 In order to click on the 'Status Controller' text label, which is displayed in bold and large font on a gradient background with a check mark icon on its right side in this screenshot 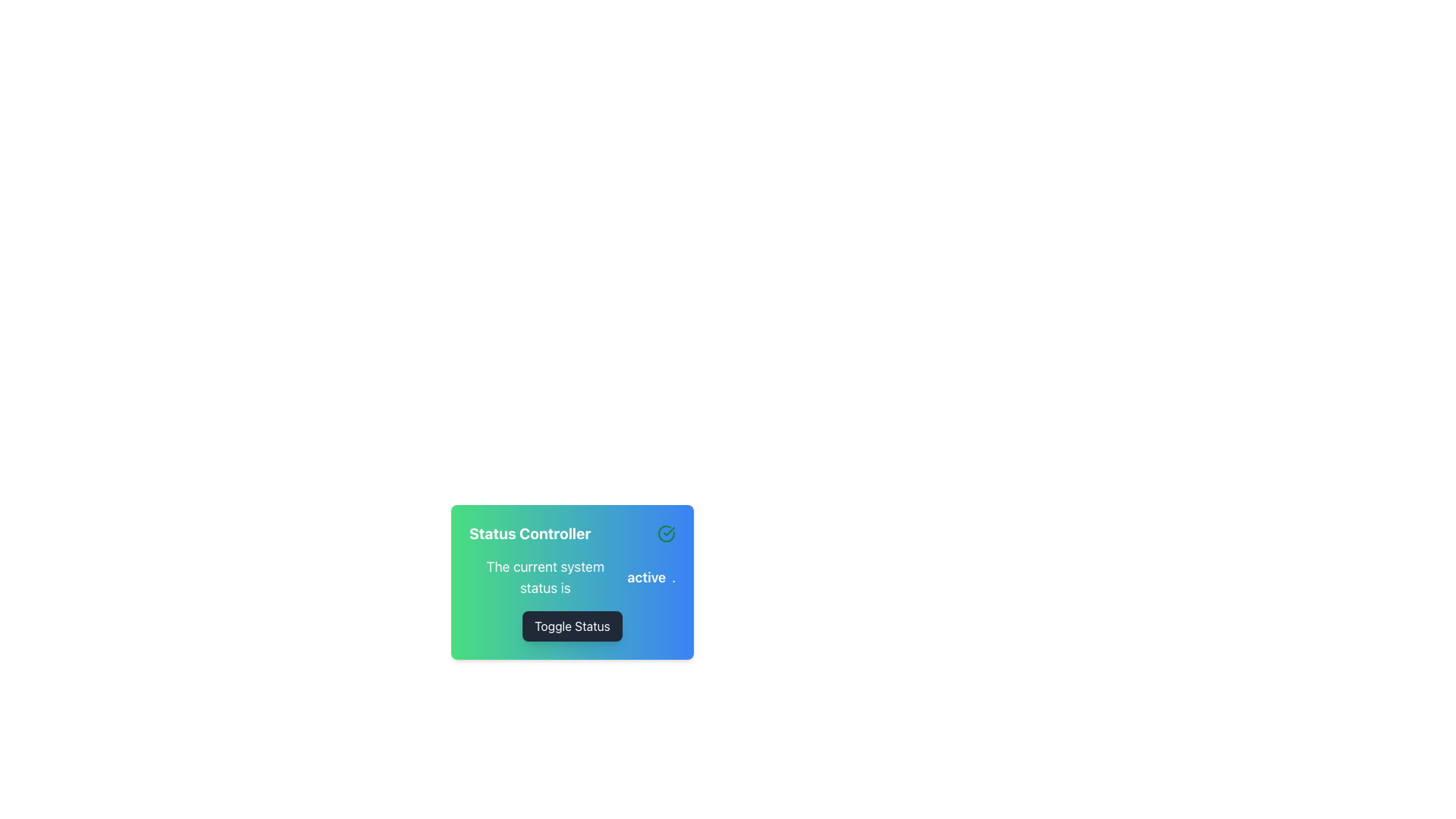, I will do `click(571, 533)`.